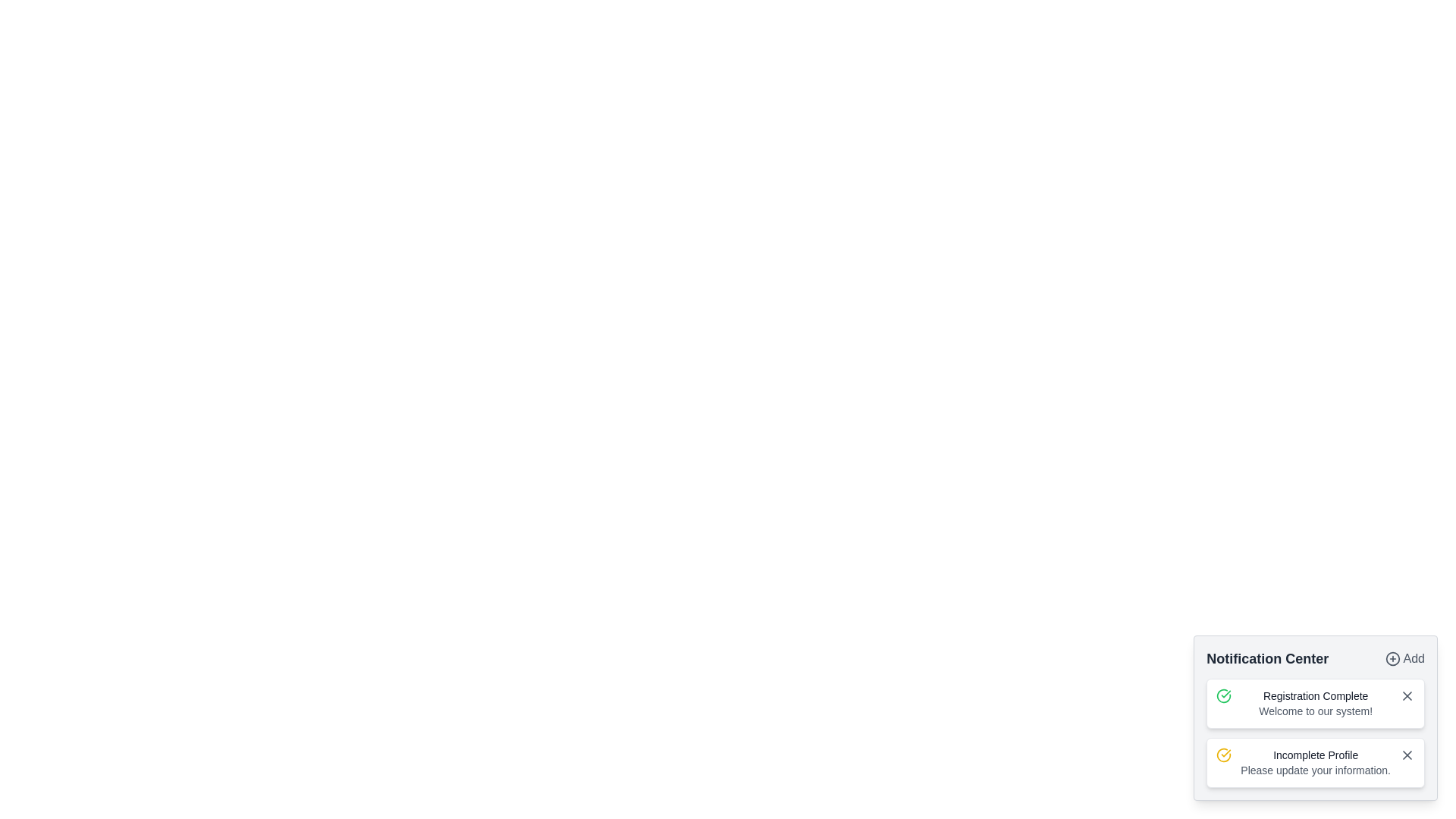 The image size is (1456, 819). What do you see at coordinates (1224, 696) in the screenshot?
I see `the icon that signifies a successful action related to 'Registration Complete', located in the notification box aligned to the left of the text 'Registration Complete - Welcome to our system!'` at bounding box center [1224, 696].